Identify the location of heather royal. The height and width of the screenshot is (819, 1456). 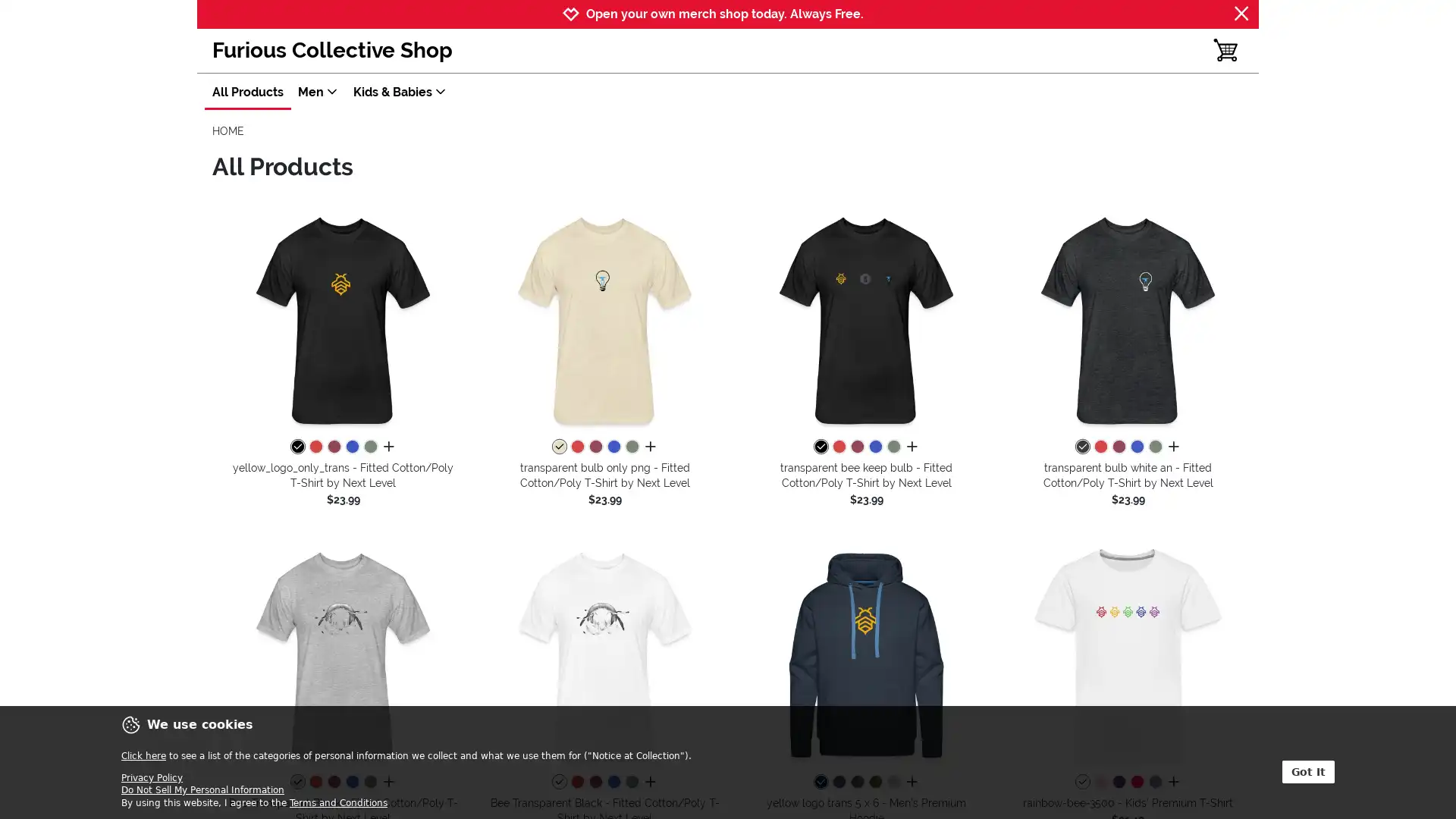
(613, 447).